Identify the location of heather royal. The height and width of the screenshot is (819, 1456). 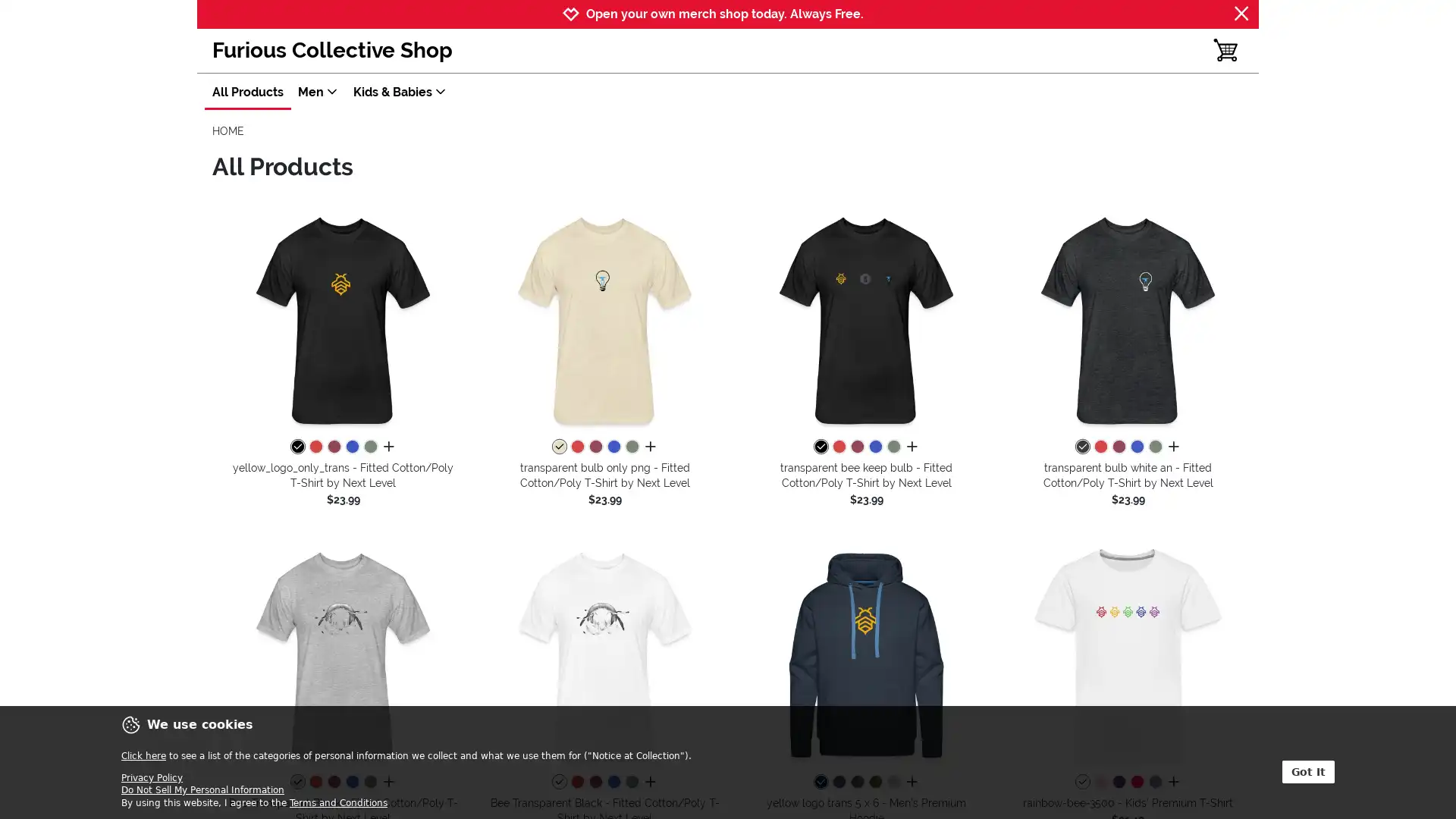
(613, 447).